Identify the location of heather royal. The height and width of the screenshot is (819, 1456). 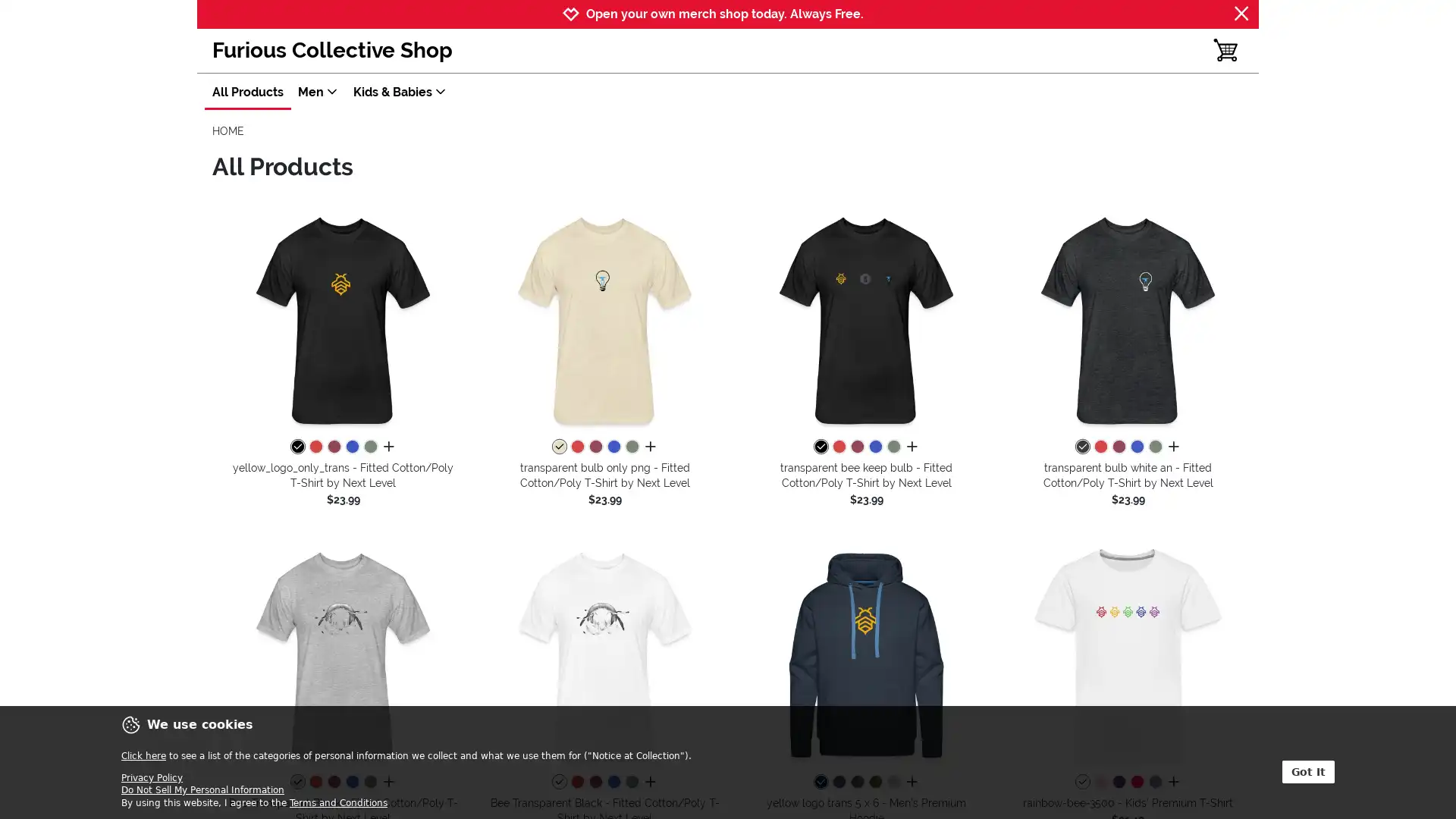
(613, 447).